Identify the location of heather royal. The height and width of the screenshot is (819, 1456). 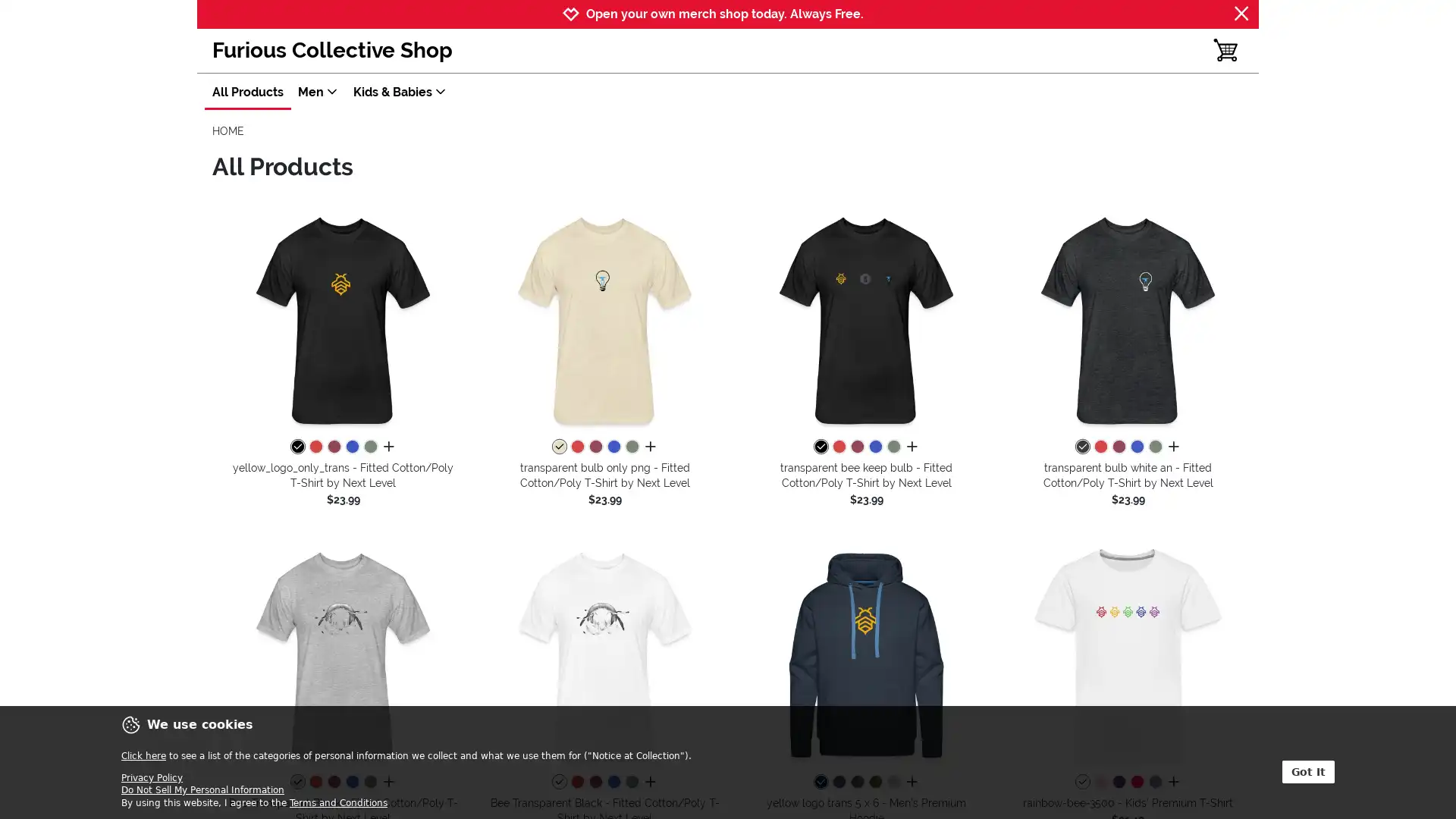
(613, 447).